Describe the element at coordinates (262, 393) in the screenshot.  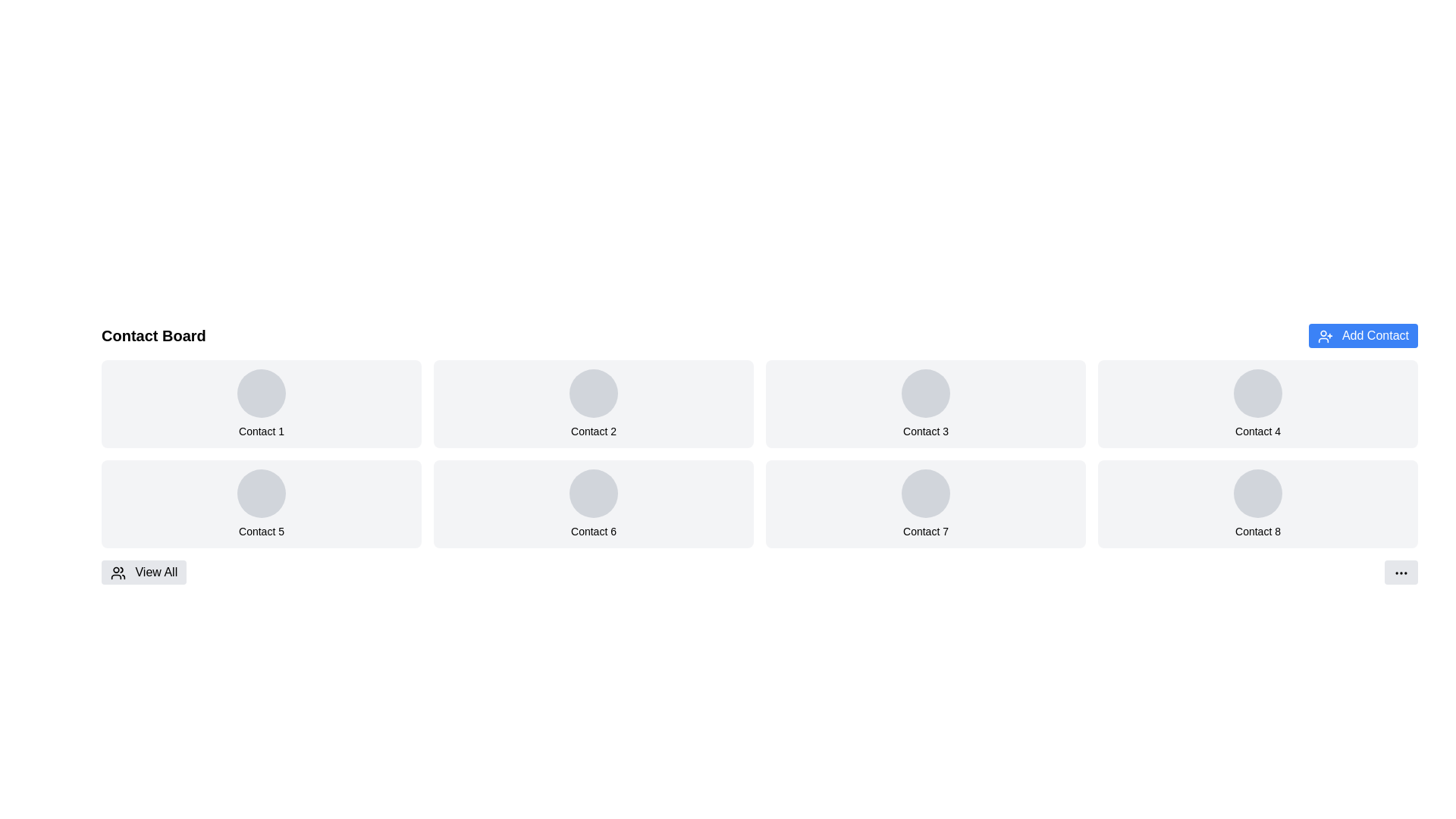
I see `the Avatar placeholder located in the card labeled 'Contact 1'` at that location.